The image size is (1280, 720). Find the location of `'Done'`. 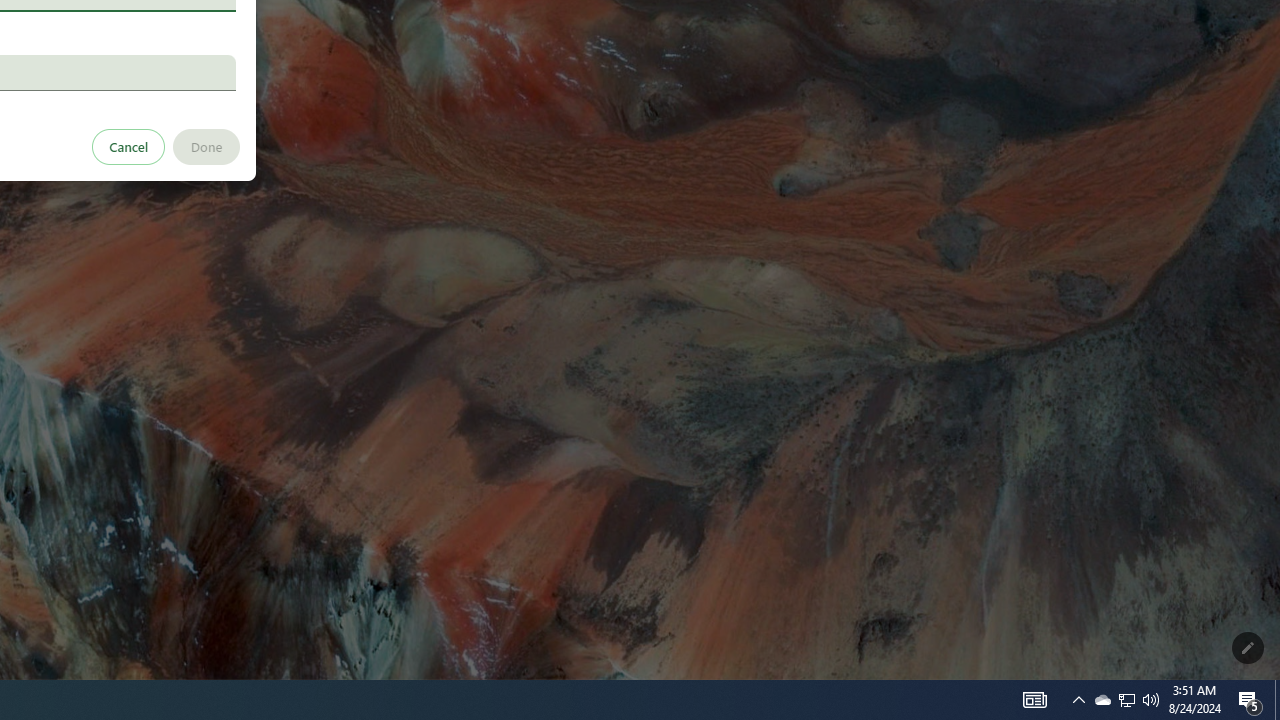

'Done' is located at coordinates (206, 145).